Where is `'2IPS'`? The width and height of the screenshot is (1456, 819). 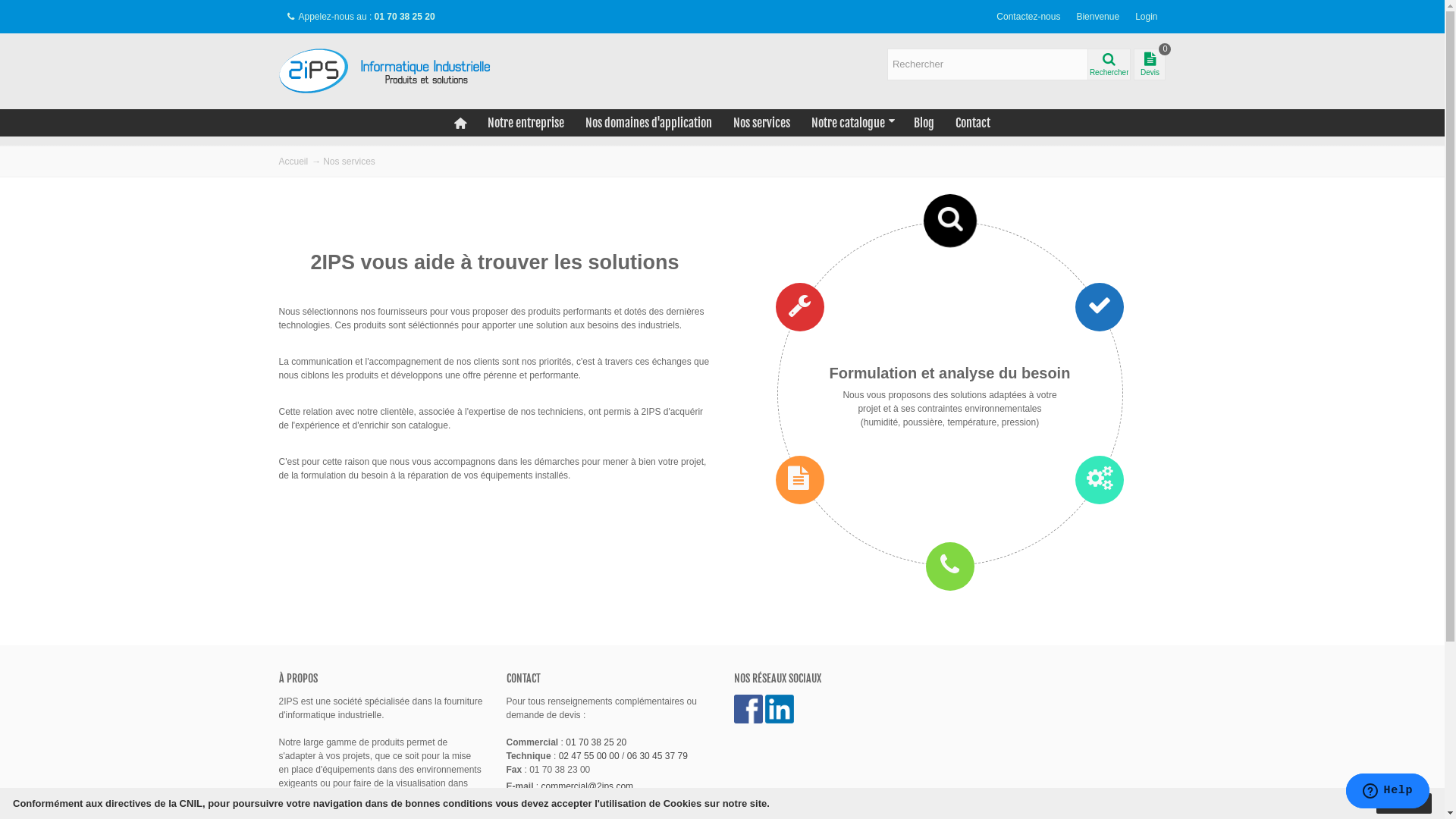
'2IPS' is located at coordinates (393, 70).